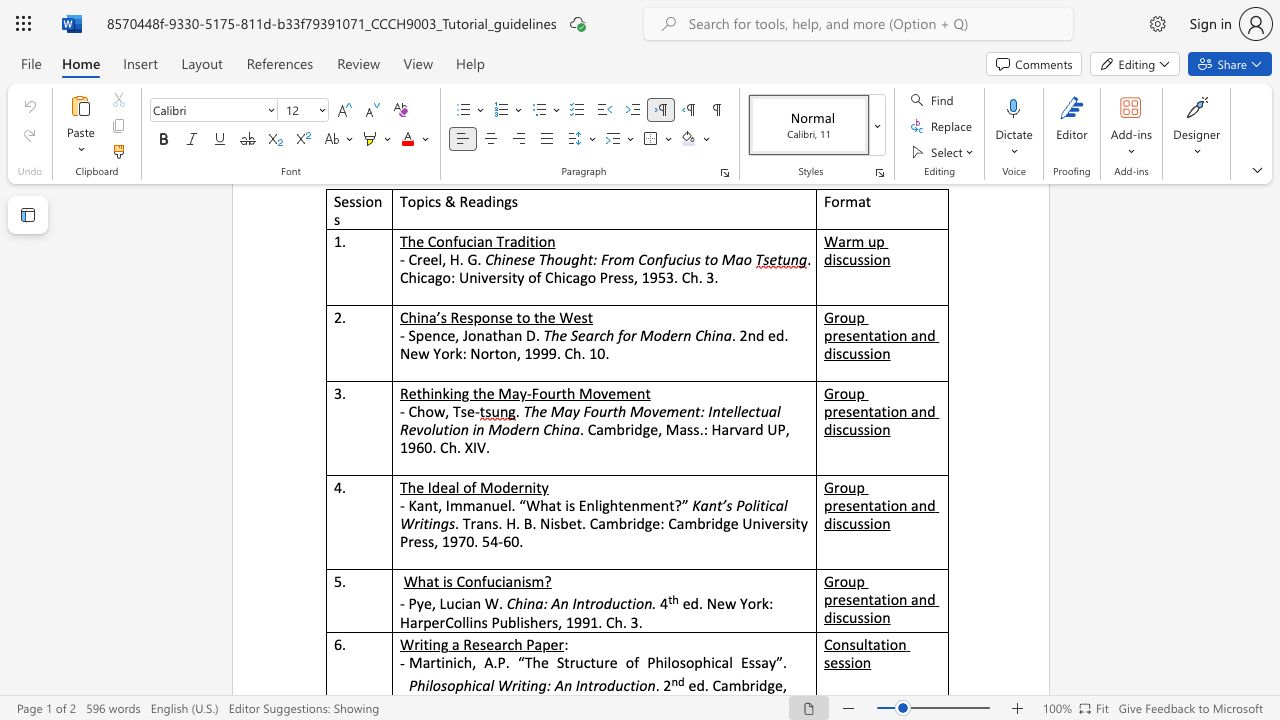 The image size is (1280, 720). I want to click on the subset text "oph" within the text "Philosophical Writing: An Introduction", so click(446, 684).